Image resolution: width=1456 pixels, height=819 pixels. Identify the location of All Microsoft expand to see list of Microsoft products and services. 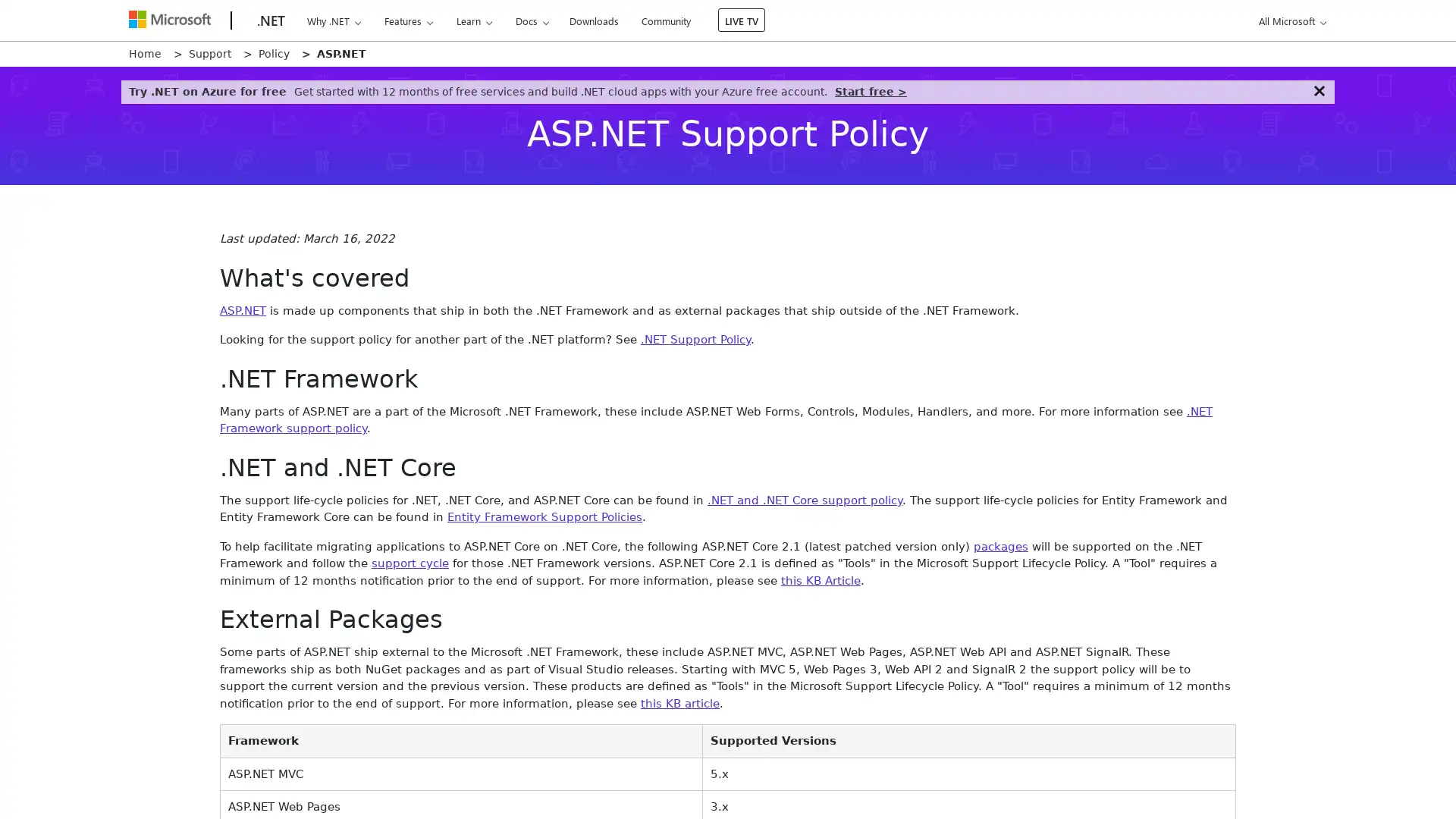
(1289, 20).